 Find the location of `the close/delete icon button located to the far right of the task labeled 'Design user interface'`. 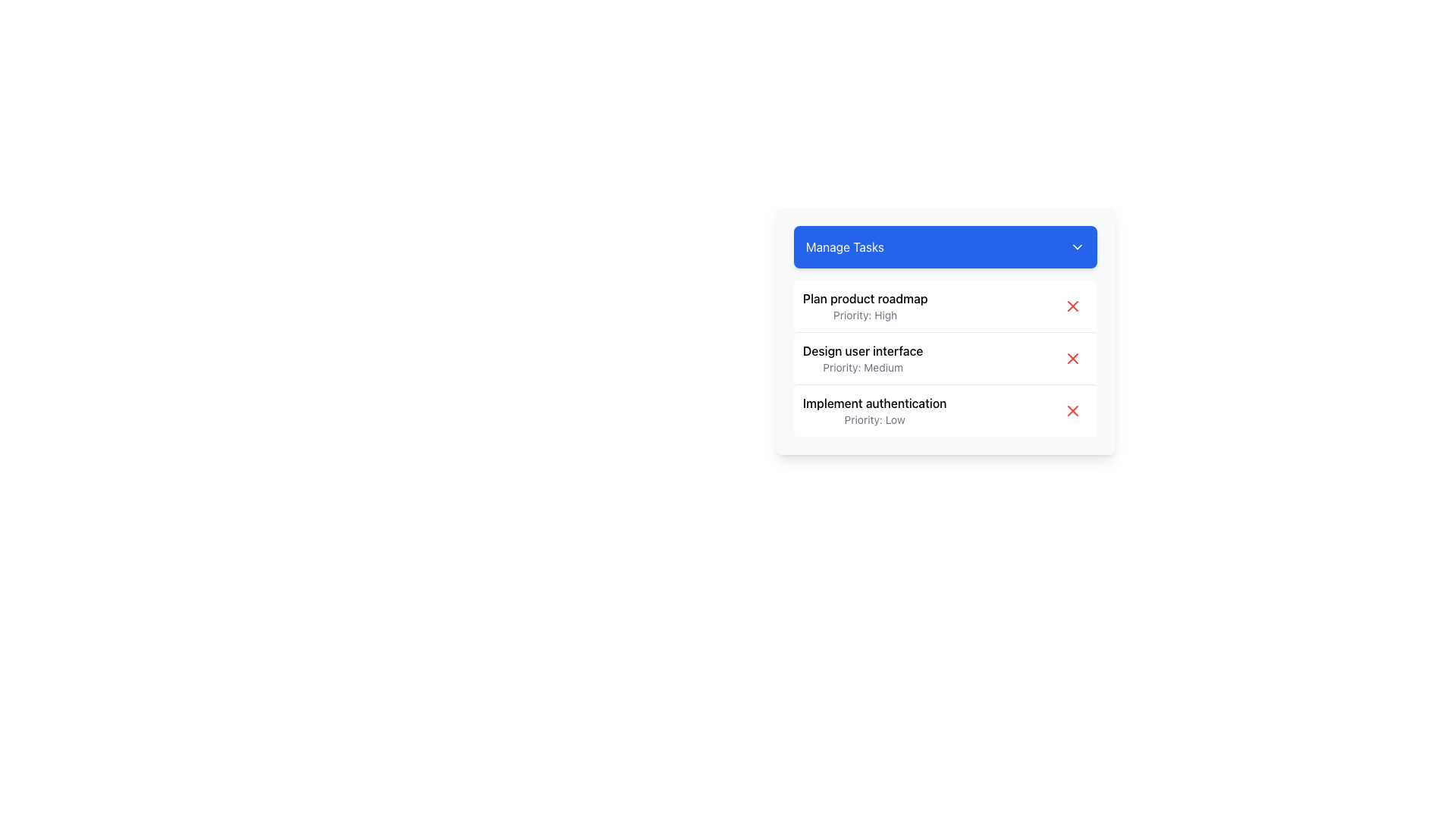

the close/delete icon button located to the far right of the task labeled 'Design user interface' is located at coordinates (1072, 359).